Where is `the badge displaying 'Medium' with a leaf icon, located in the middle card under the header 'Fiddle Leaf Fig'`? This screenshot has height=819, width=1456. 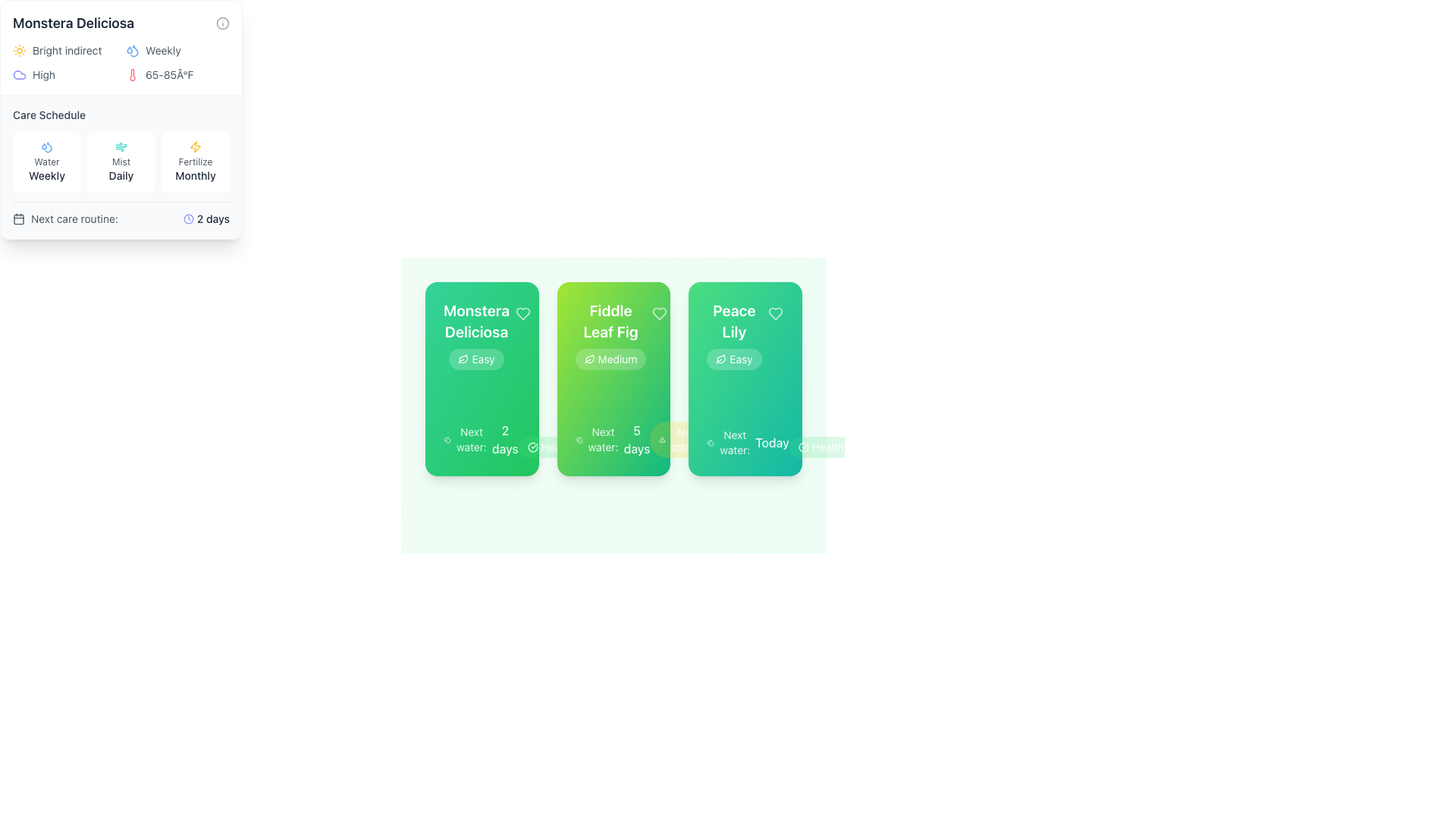
the badge displaying 'Medium' with a leaf icon, located in the middle card under the header 'Fiddle Leaf Fig' is located at coordinates (610, 359).